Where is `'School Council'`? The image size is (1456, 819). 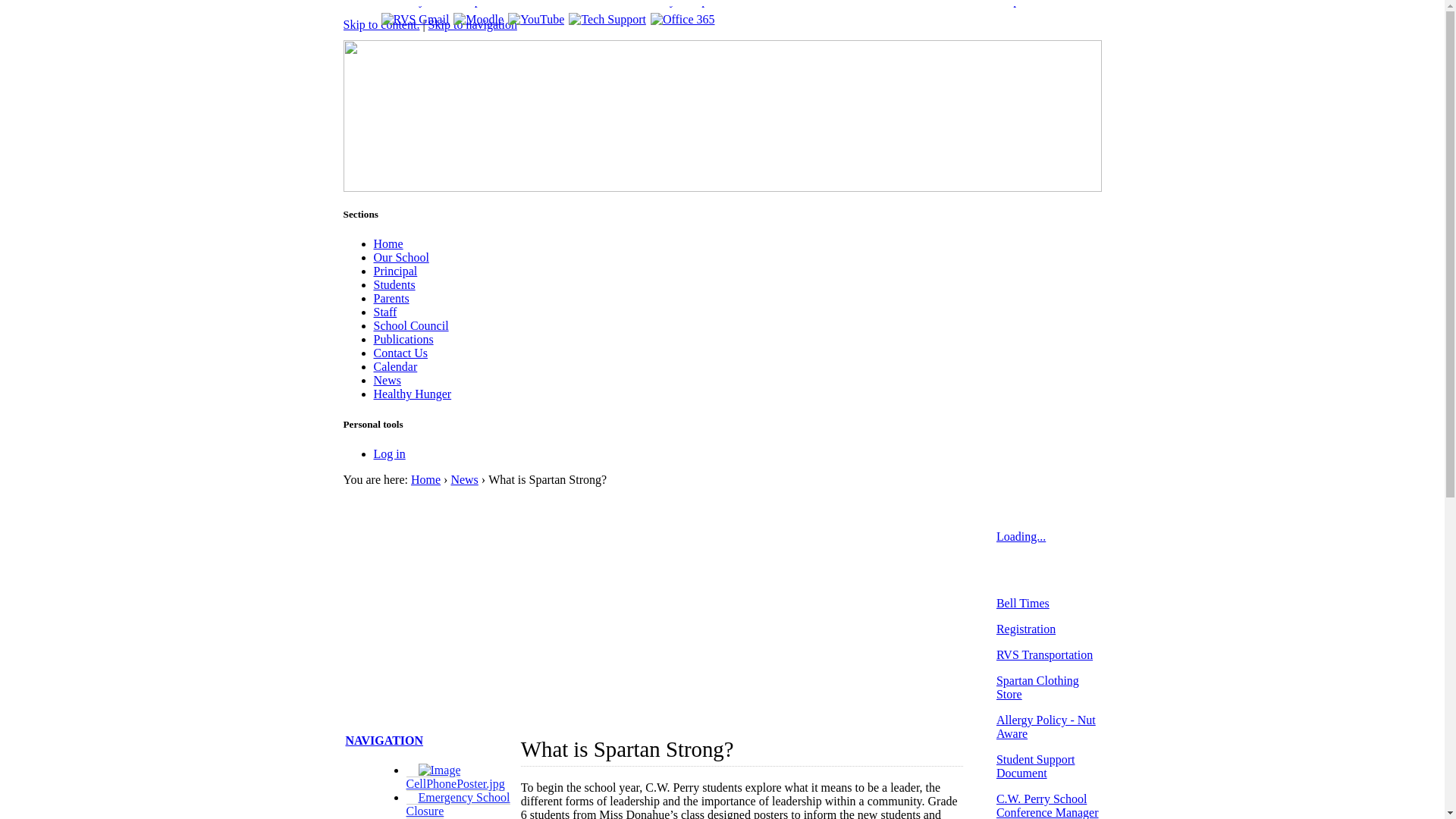
'School Council' is located at coordinates (410, 325).